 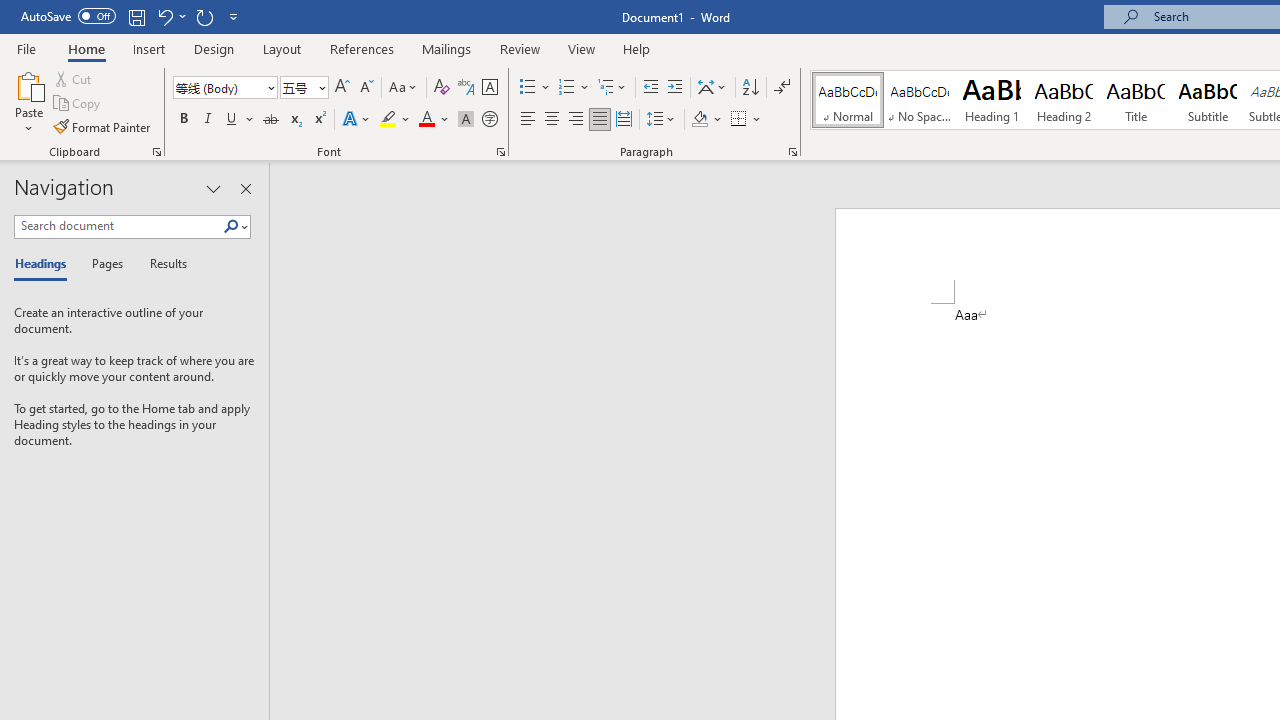 I want to click on 'Repeat Typing', so click(x=204, y=16).